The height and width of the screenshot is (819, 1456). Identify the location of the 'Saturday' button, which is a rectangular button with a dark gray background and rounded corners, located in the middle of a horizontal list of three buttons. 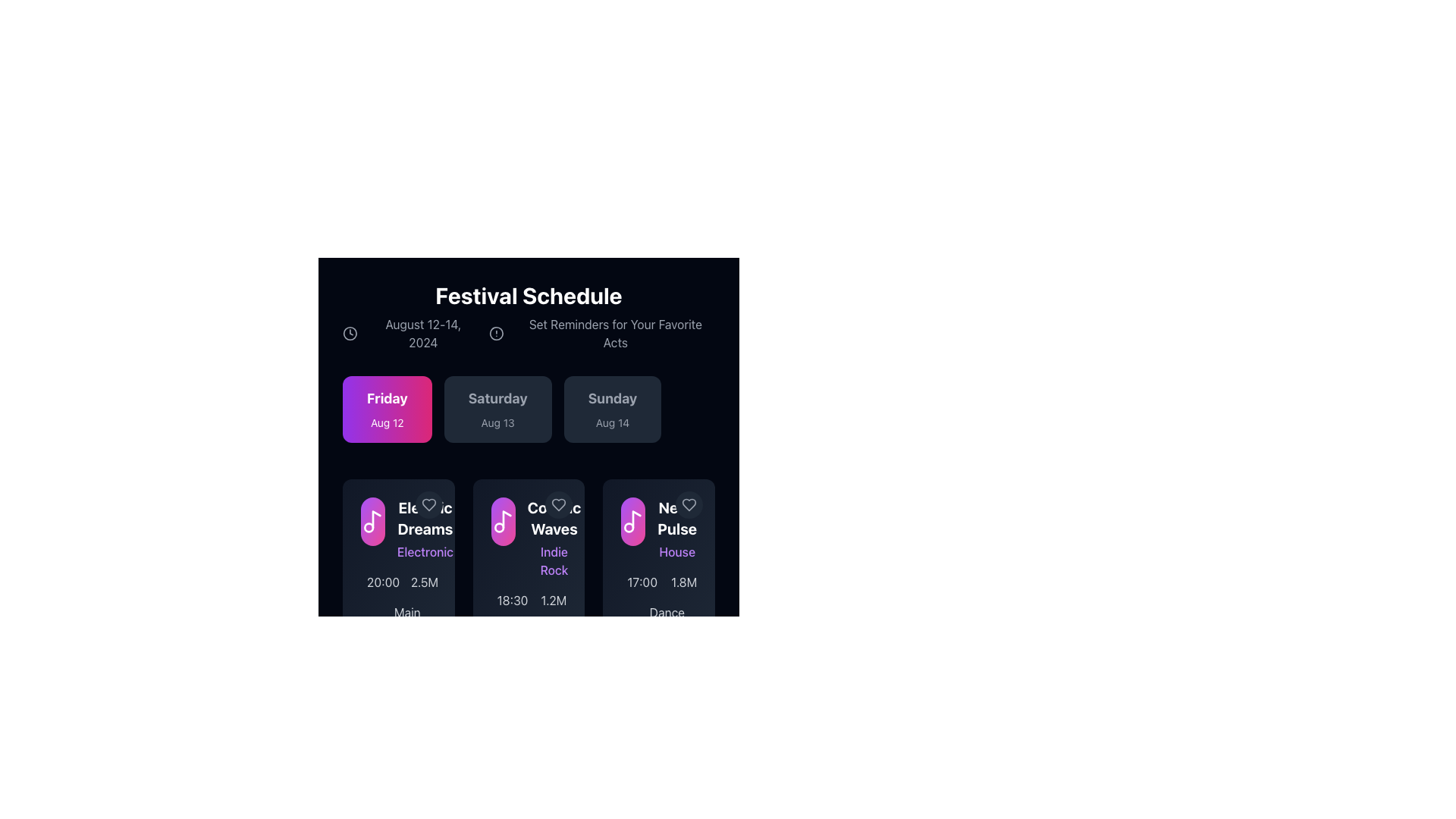
(497, 409).